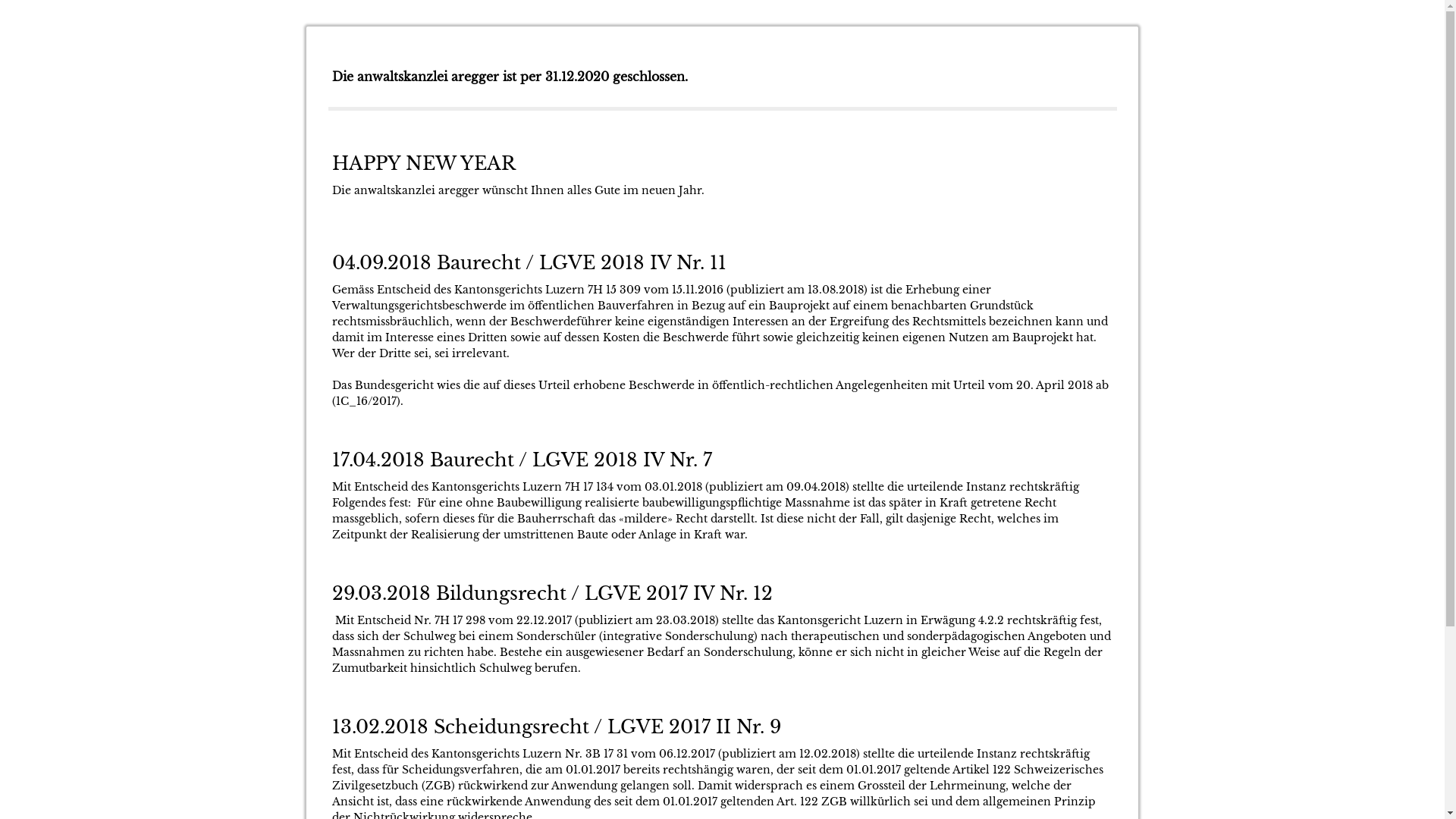 The image size is (1456, 819). I want to click on 'Die anwaltskanzlei aregger ist per 31.12.2020 geschlossen.', so click(510, 77).